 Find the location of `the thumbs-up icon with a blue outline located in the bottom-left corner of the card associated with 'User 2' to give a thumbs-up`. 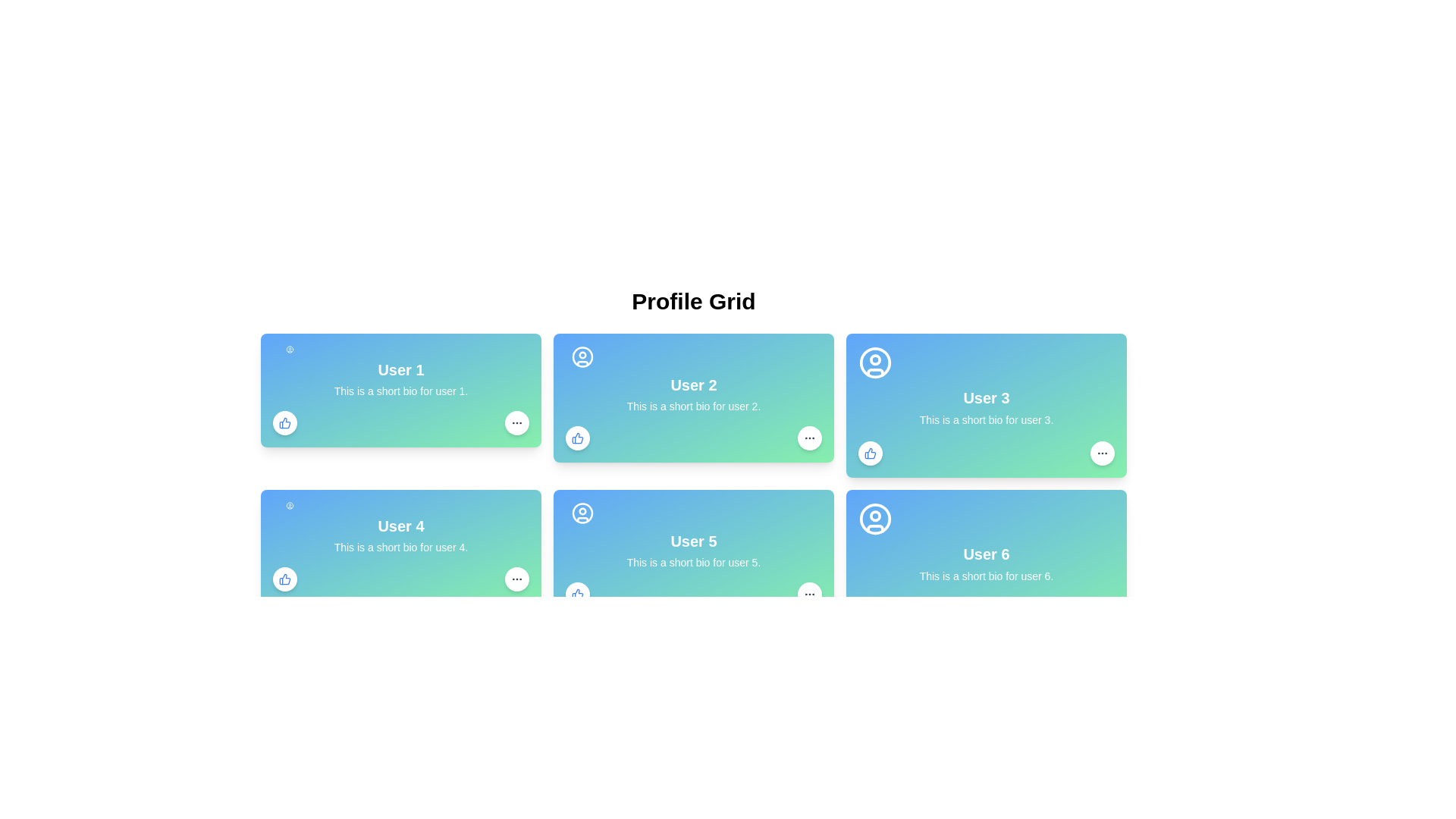

the thumbs-up icon with a blue outline located in the bottom-left corner of the card associated with 'User 2' to give a thumbs-up is located at coordinates (870, 452).